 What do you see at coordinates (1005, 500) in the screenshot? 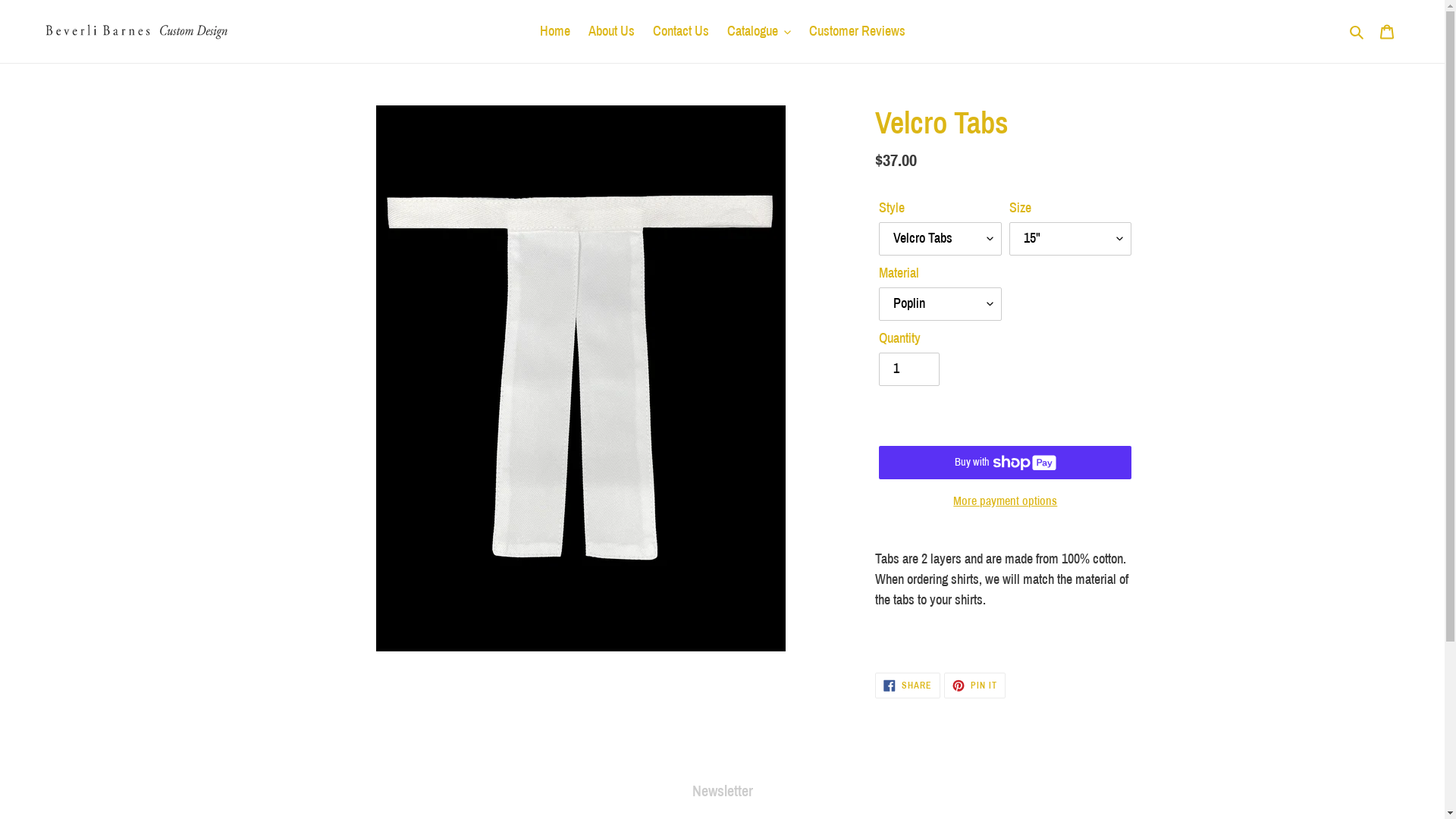
I see `'More payment options'` at bounding box center [1005, 500].